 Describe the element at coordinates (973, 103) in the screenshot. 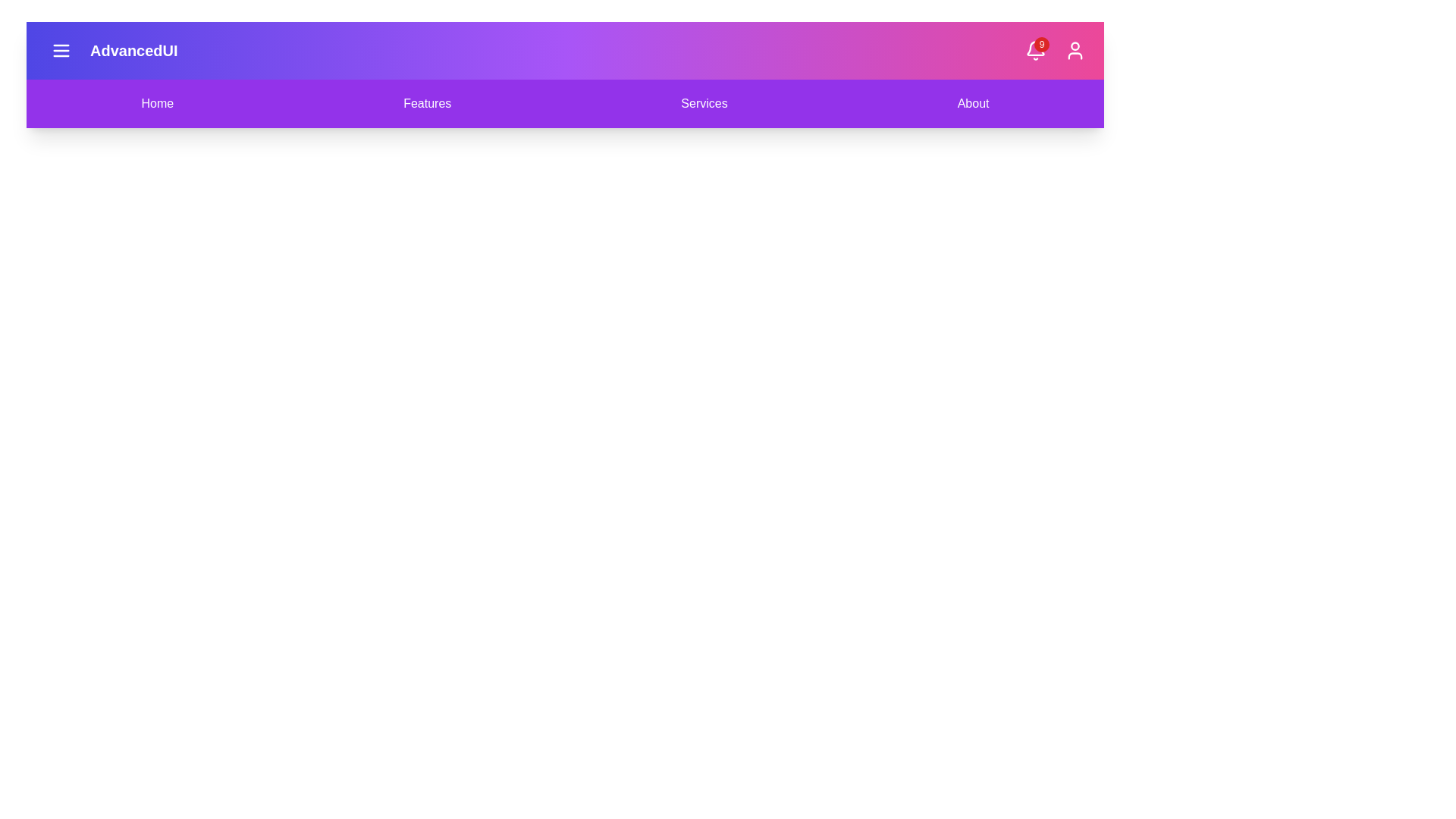

I see `the About navigation menu item` at that location.